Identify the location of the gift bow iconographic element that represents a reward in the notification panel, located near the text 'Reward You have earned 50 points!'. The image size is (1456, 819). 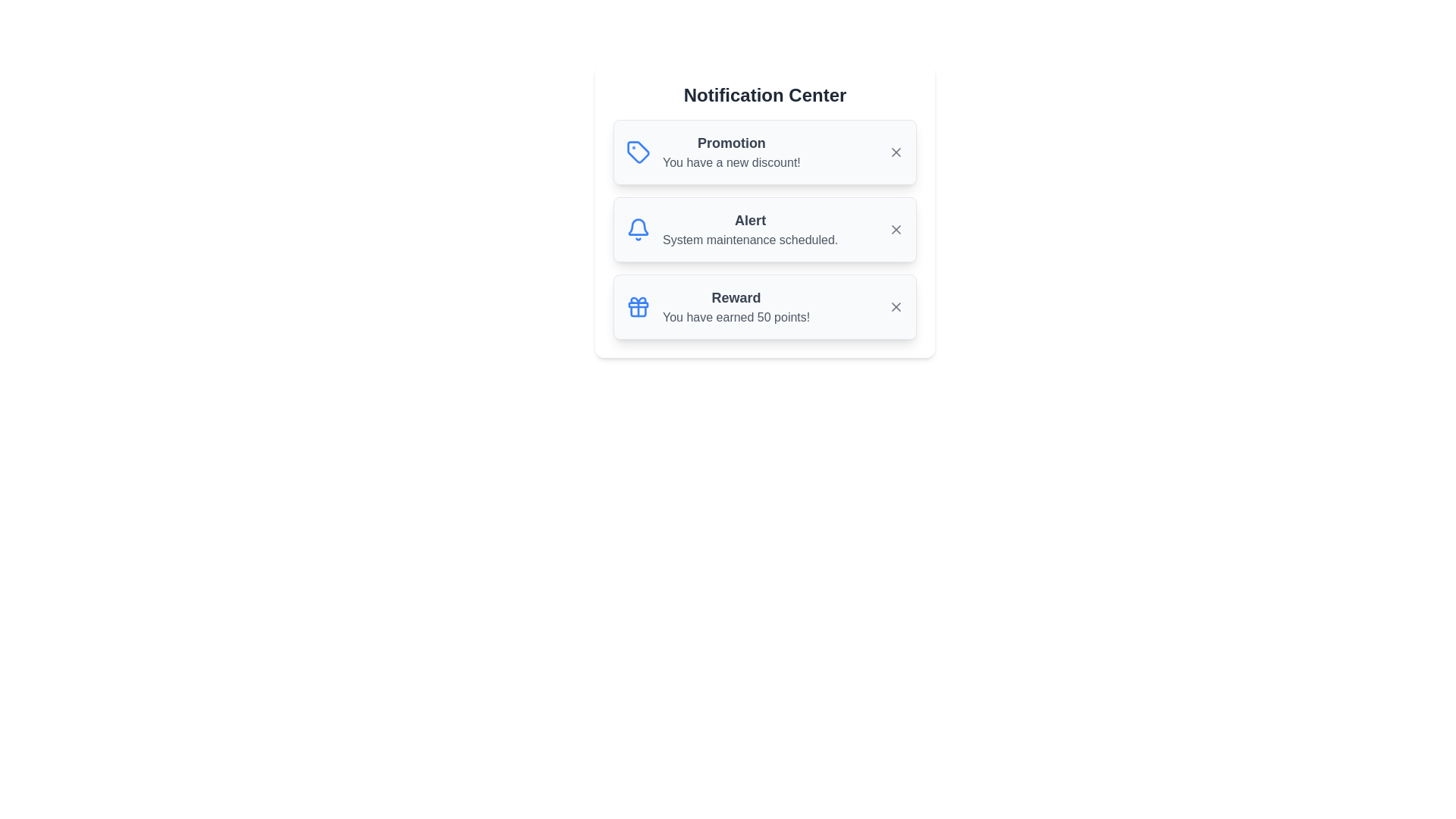
(638, 300).